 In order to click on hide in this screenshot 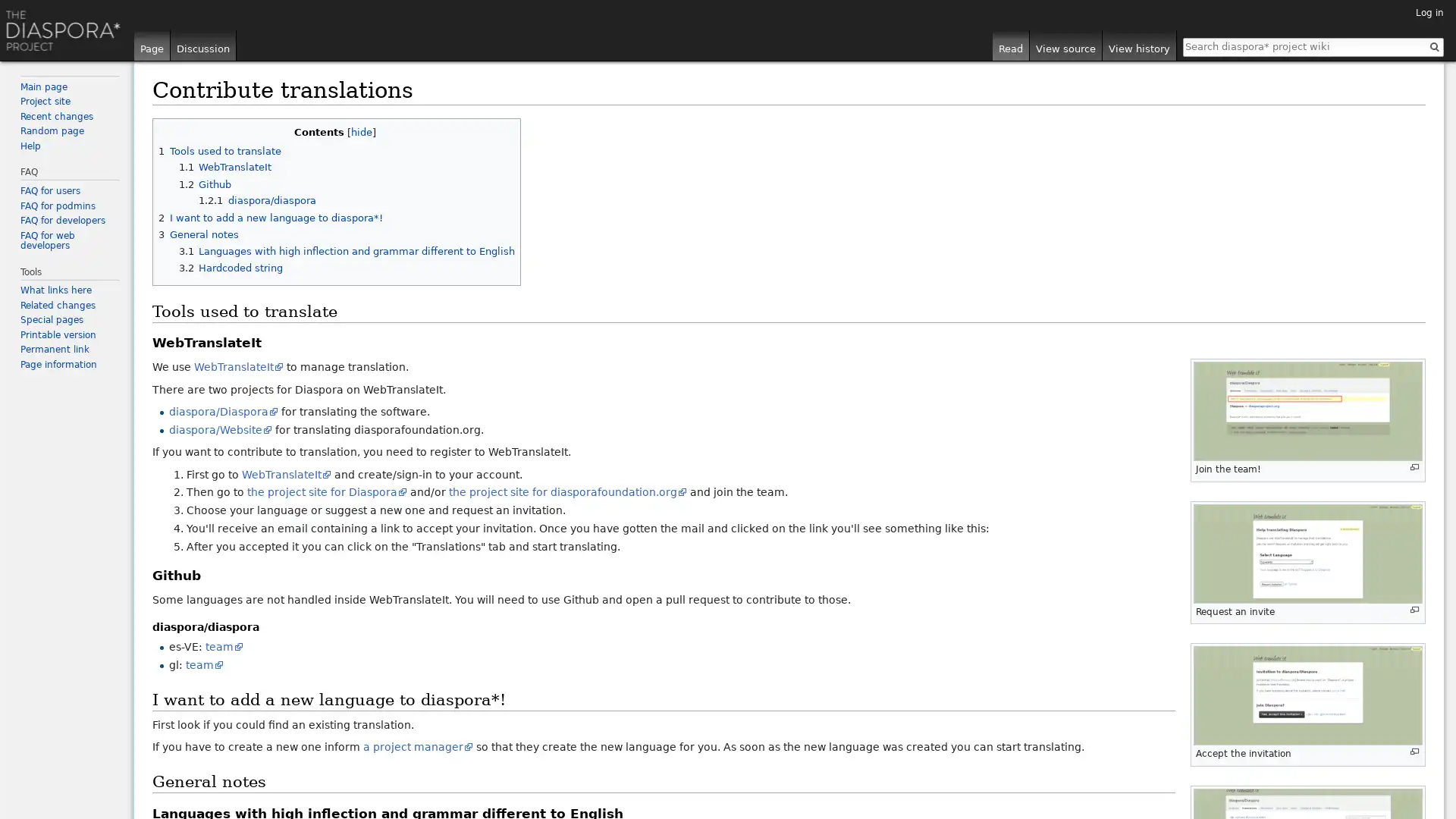, I will do `click(360, 130)`.